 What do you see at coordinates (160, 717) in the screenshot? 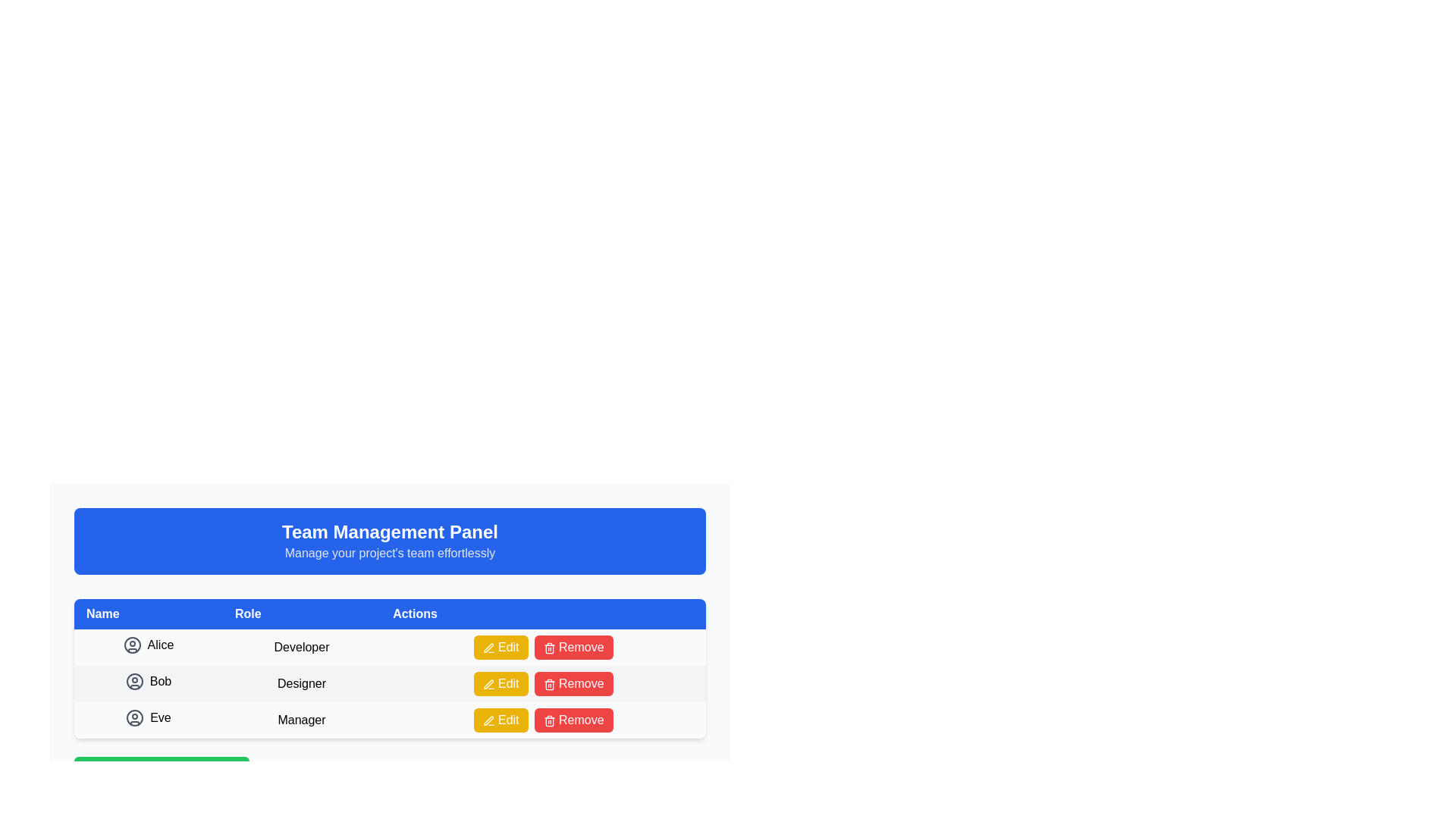
I see `the static text label 'Eve', which is the third entry in the 'Name' column of the table, to identify the team member in the list` at bounding box center [160, 717].